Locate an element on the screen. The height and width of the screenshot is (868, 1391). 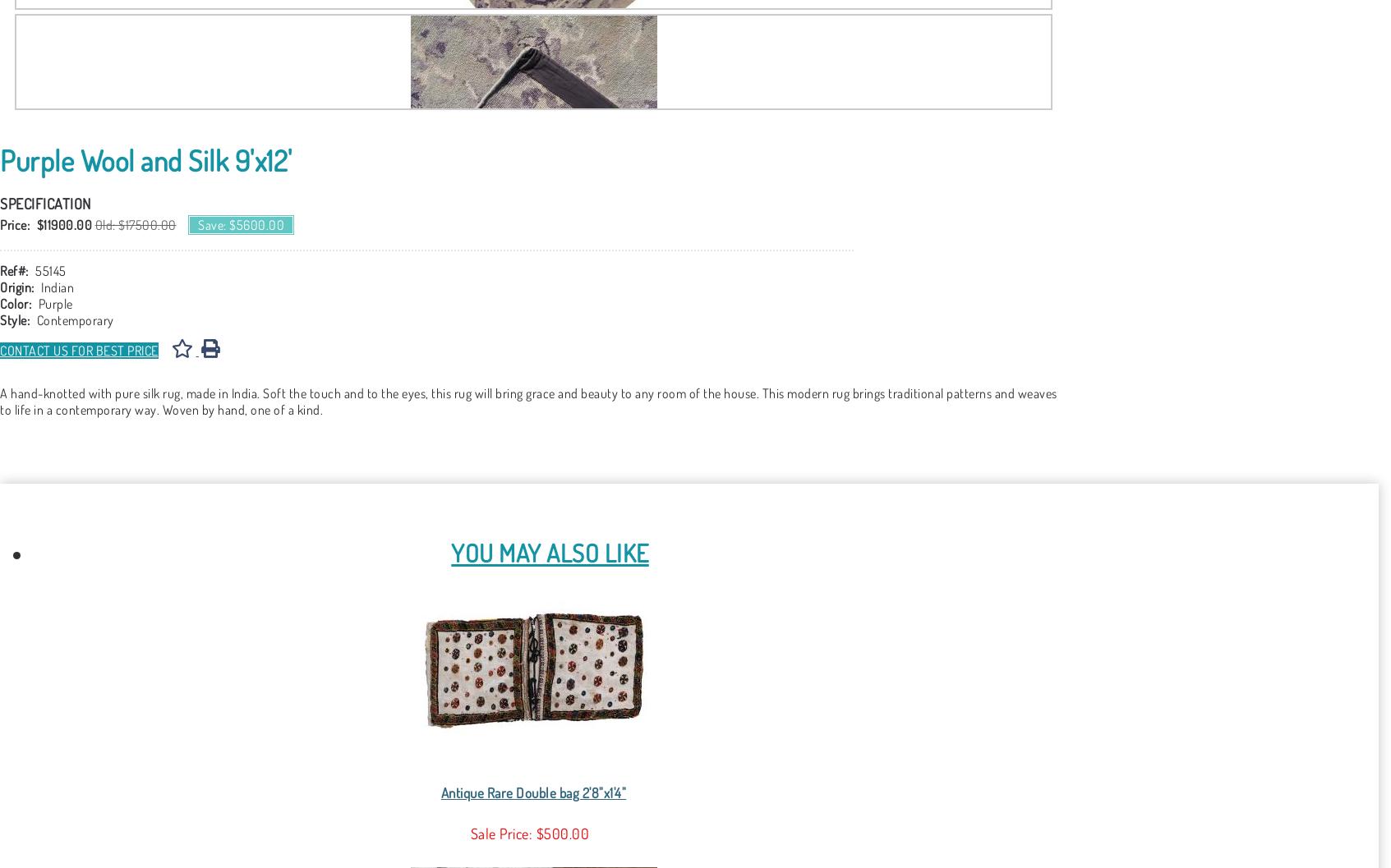
'55145' is located at coordinates (49, 270).